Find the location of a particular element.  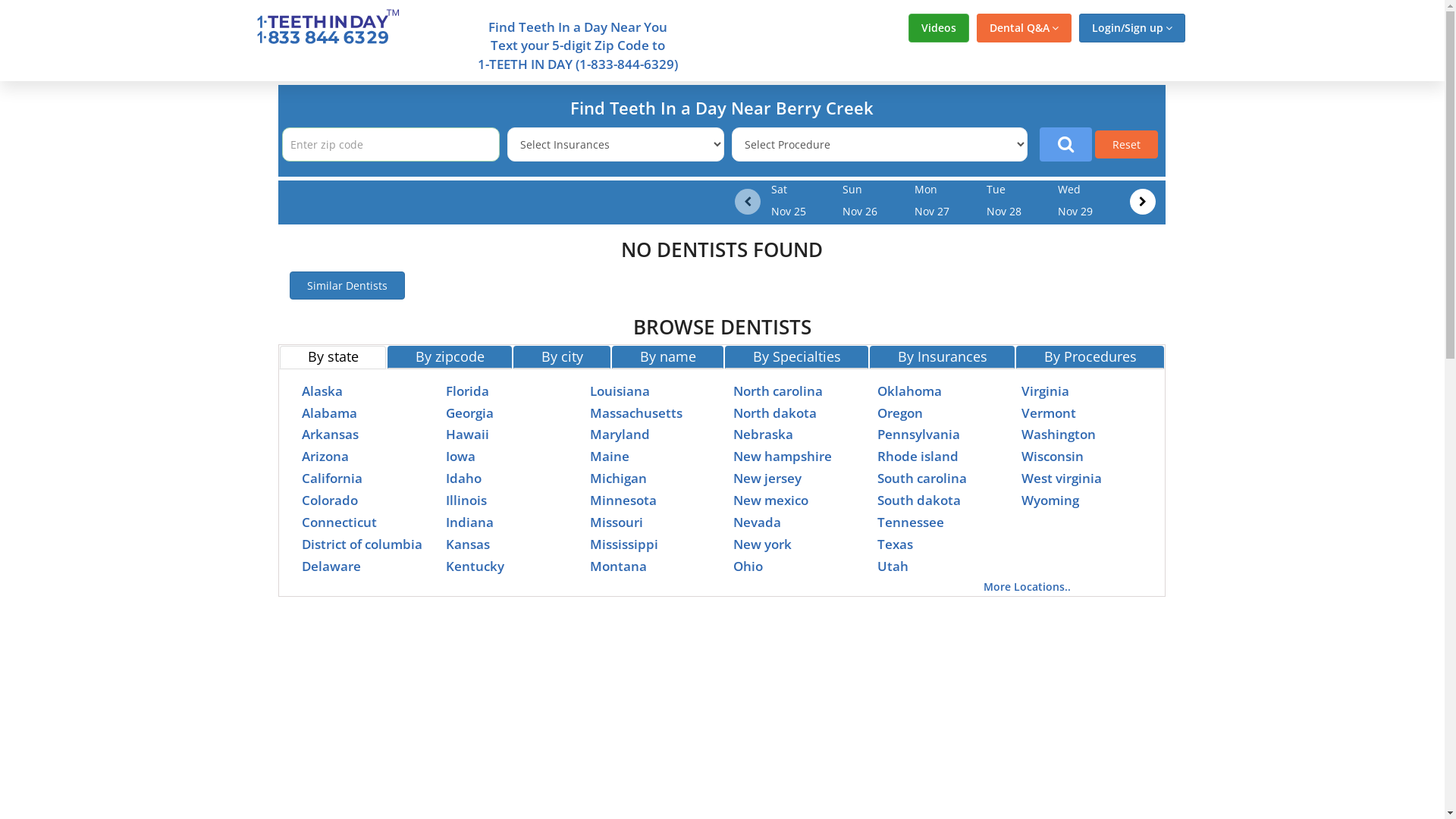

'Colorado' is located at coordinates (329, 500).